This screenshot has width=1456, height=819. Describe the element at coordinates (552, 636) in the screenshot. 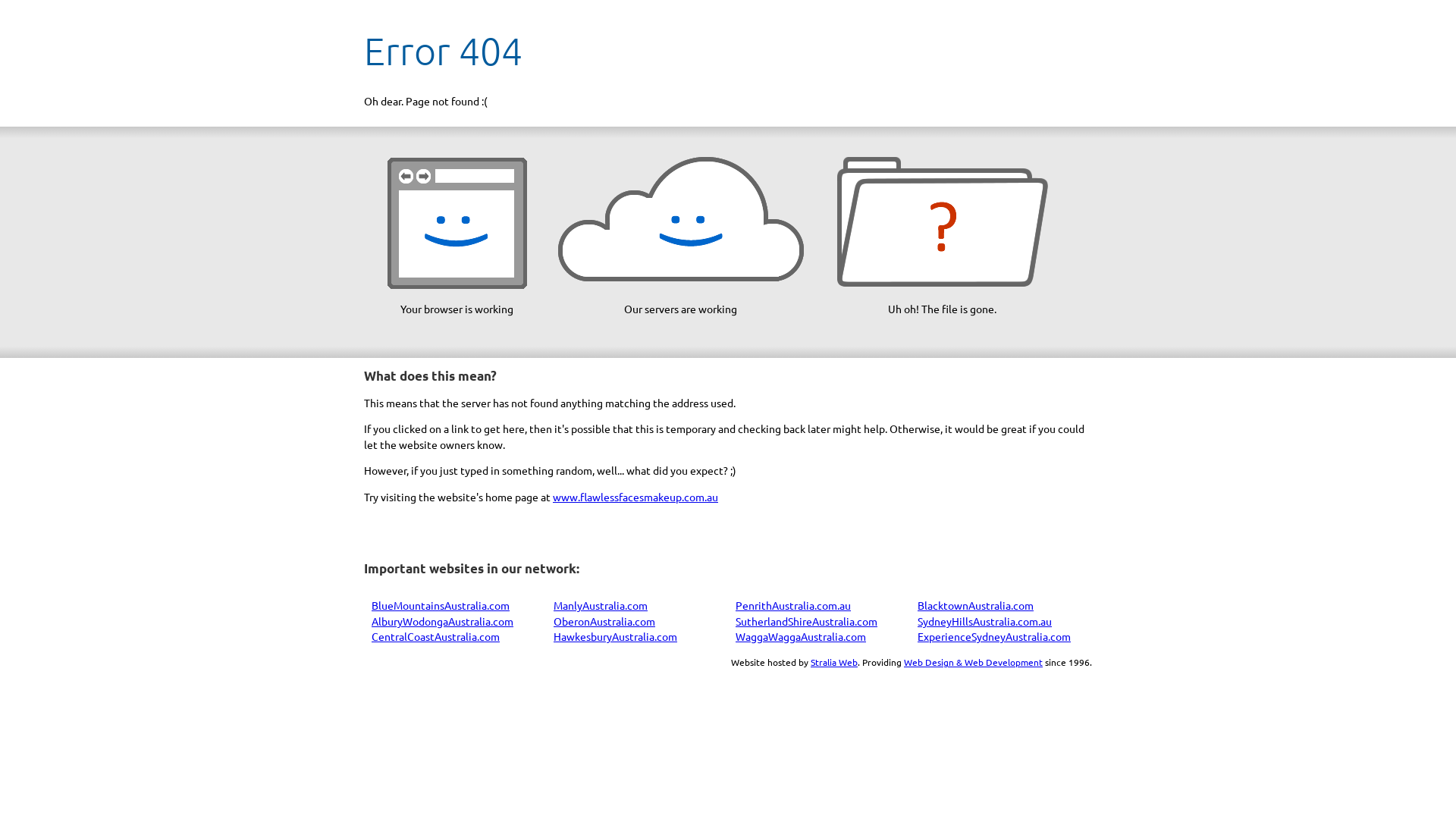

I see `'HawkesburyAustralia.com'` at that location.